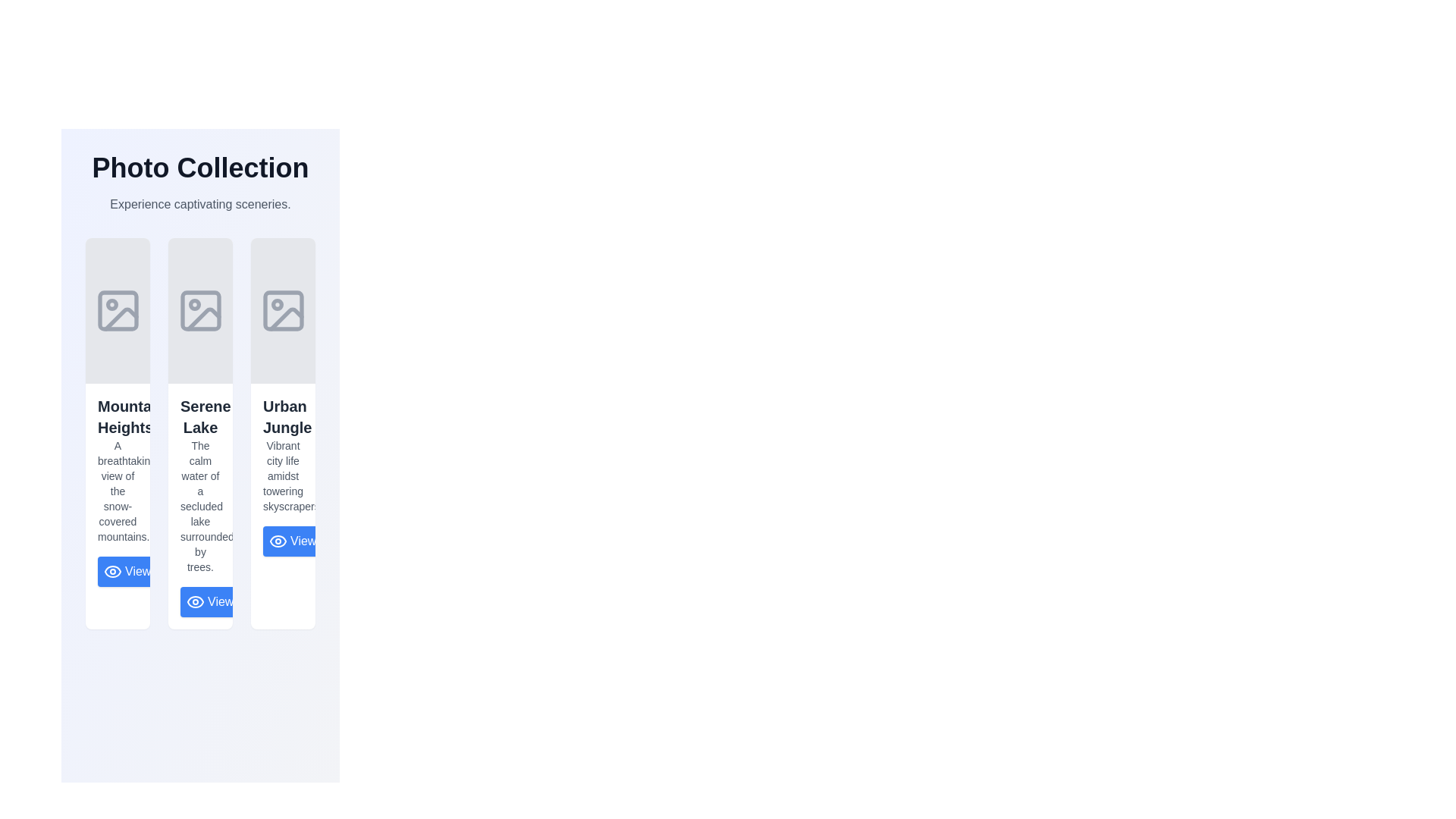  What do you see at coordinates (209, 601) in the screenshot?
I see `the 'View' button with a blue background and white text, located below the description of 'Serene Lake' in the middle column` at bounding box center [209, 601].